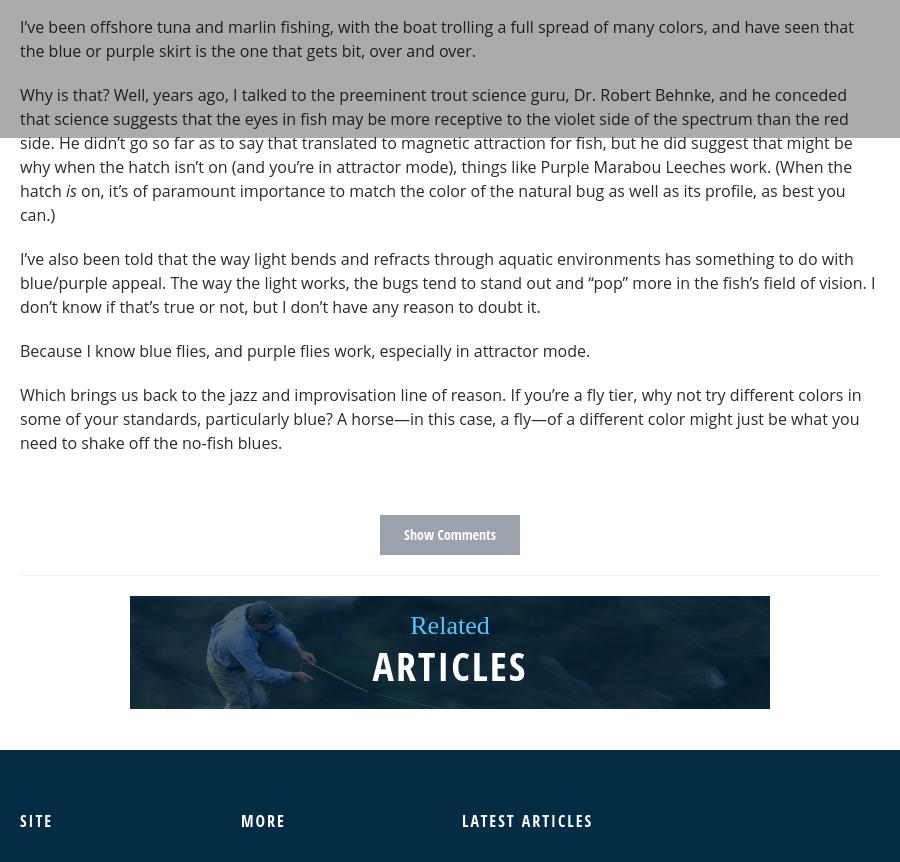 The height and width of the screenshot is (862, 900). I want to click on 'Related', so click(449, 625).